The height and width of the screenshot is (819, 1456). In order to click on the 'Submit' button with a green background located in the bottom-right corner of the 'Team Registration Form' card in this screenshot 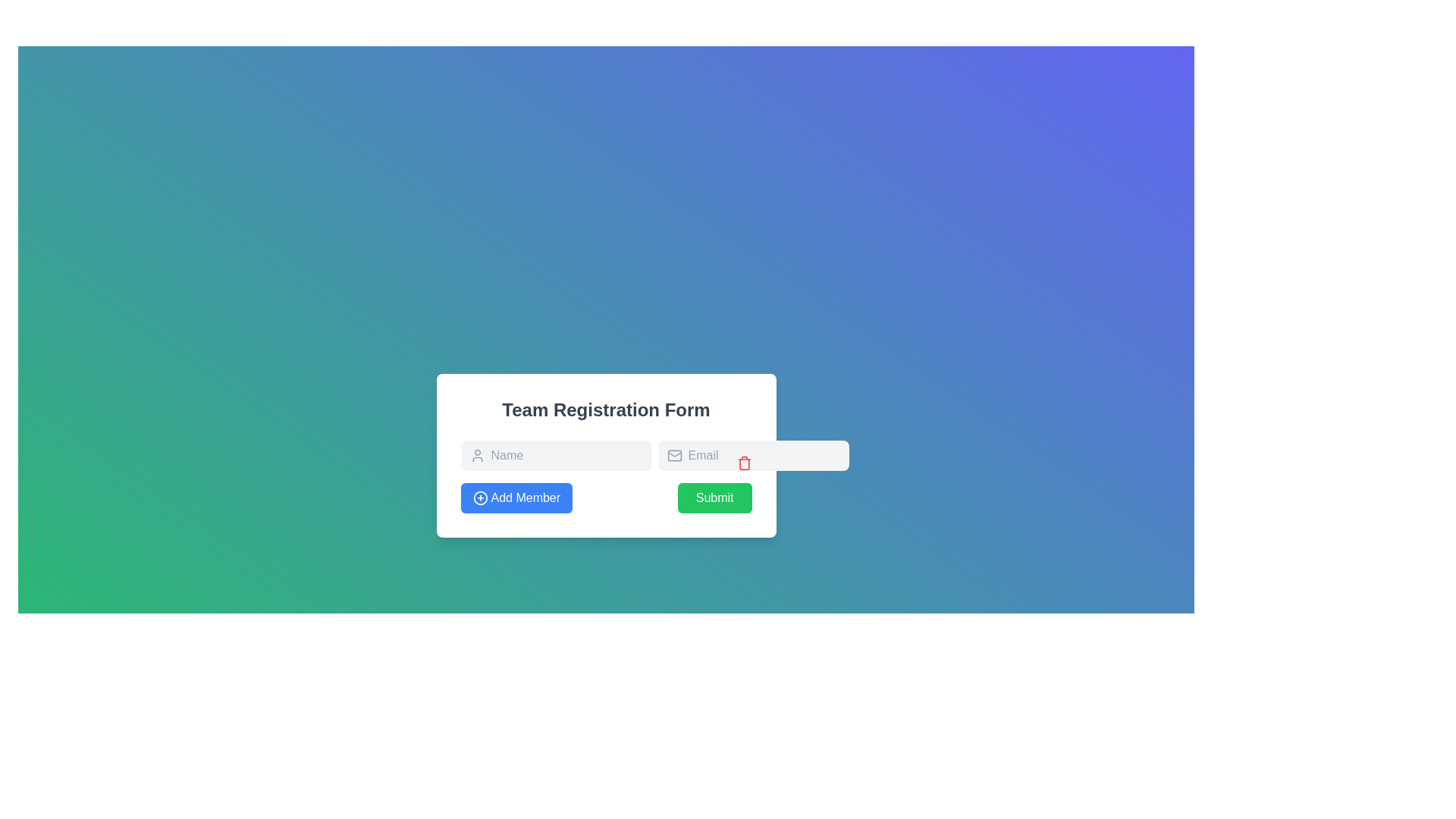, I will do `click(713, 497)`.